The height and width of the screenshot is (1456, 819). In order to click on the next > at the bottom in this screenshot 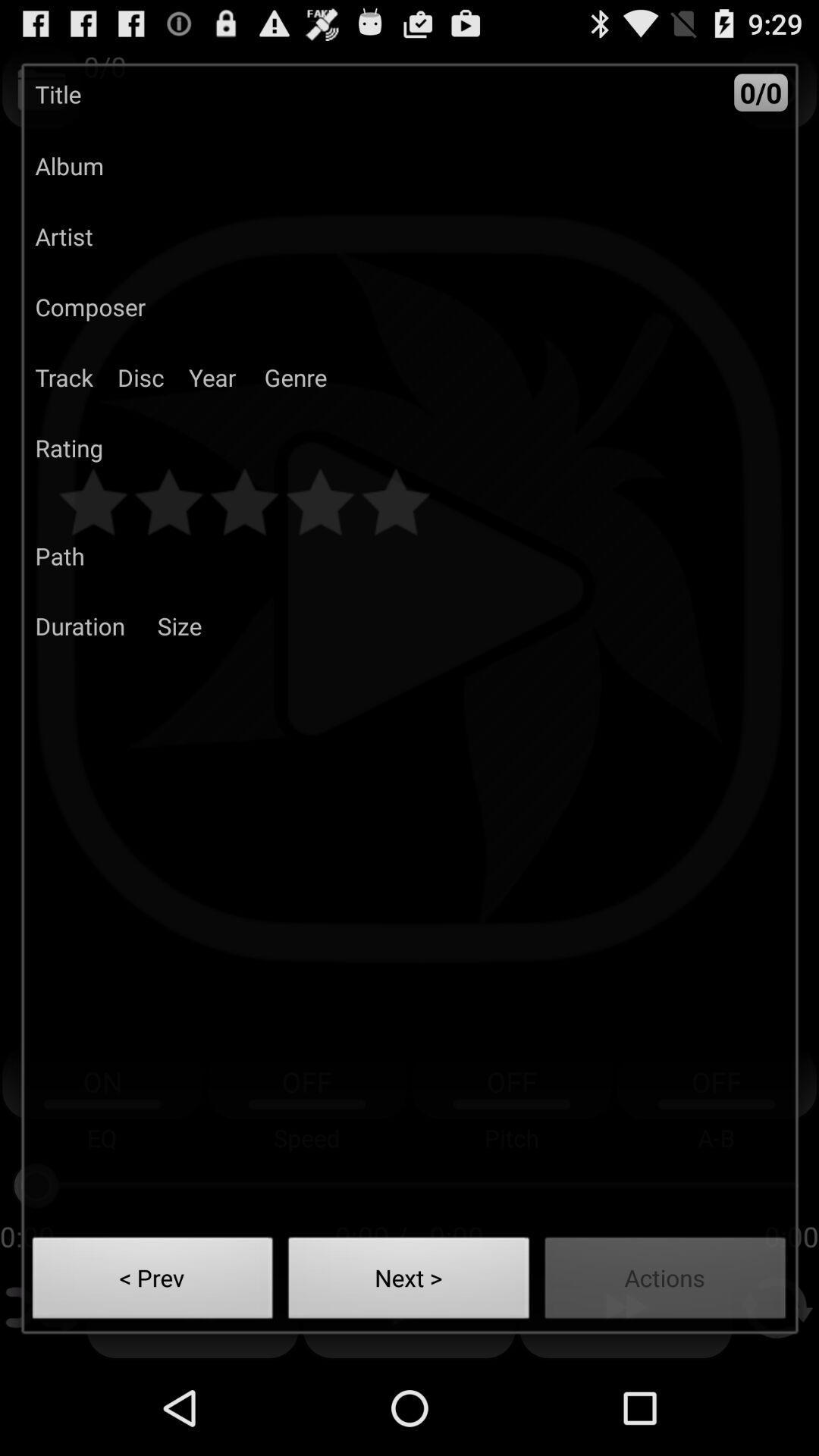, I will do `click(408, 1282)`.